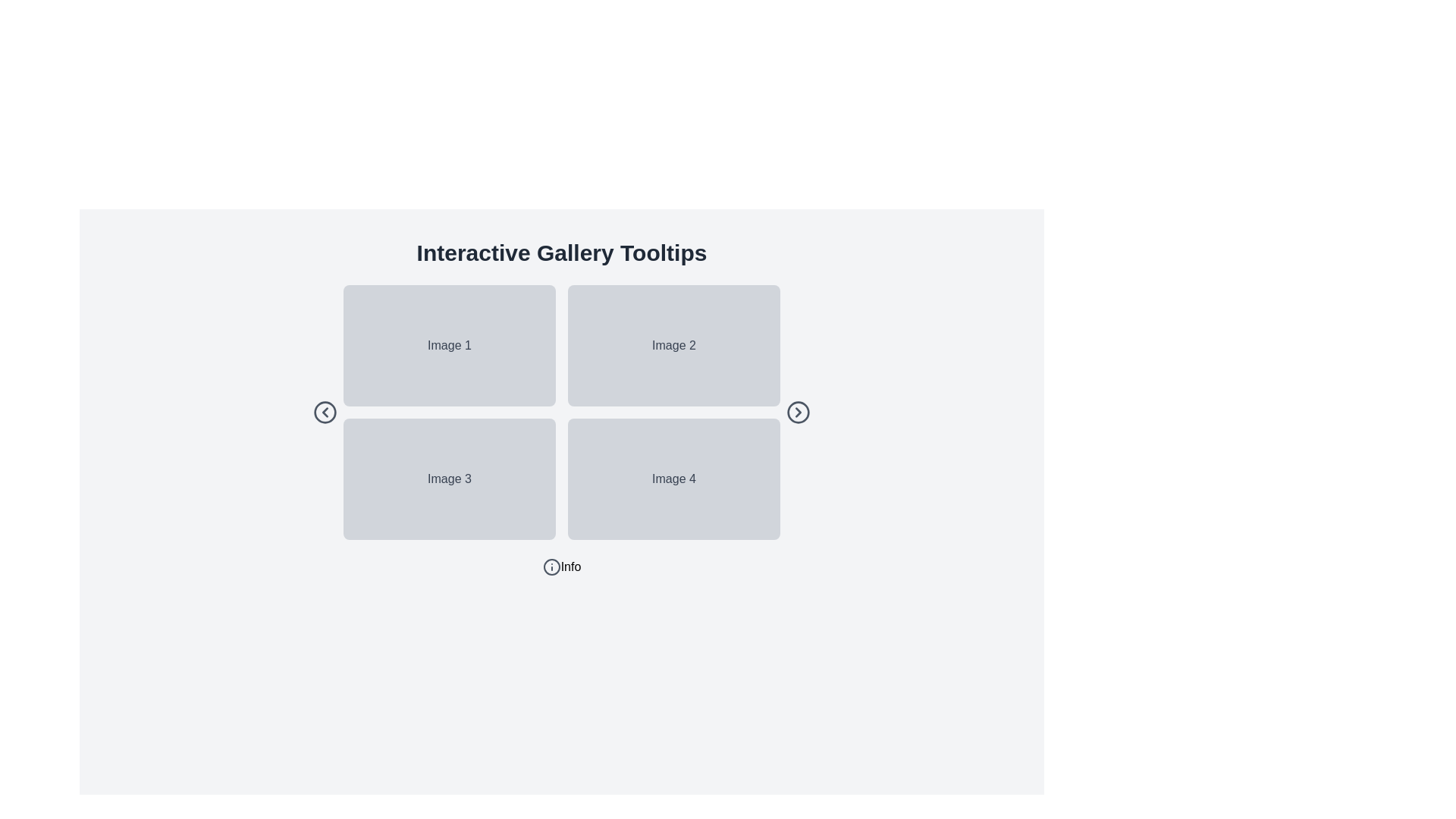 The image size is (1456, 819). What do you see at coordinates (551, 567) in the screenshot?
I see `the SVG circle graphic that is part of the 'info' icon, located centrally below the main interactive gallery grid` at bounding box center [551, 567].